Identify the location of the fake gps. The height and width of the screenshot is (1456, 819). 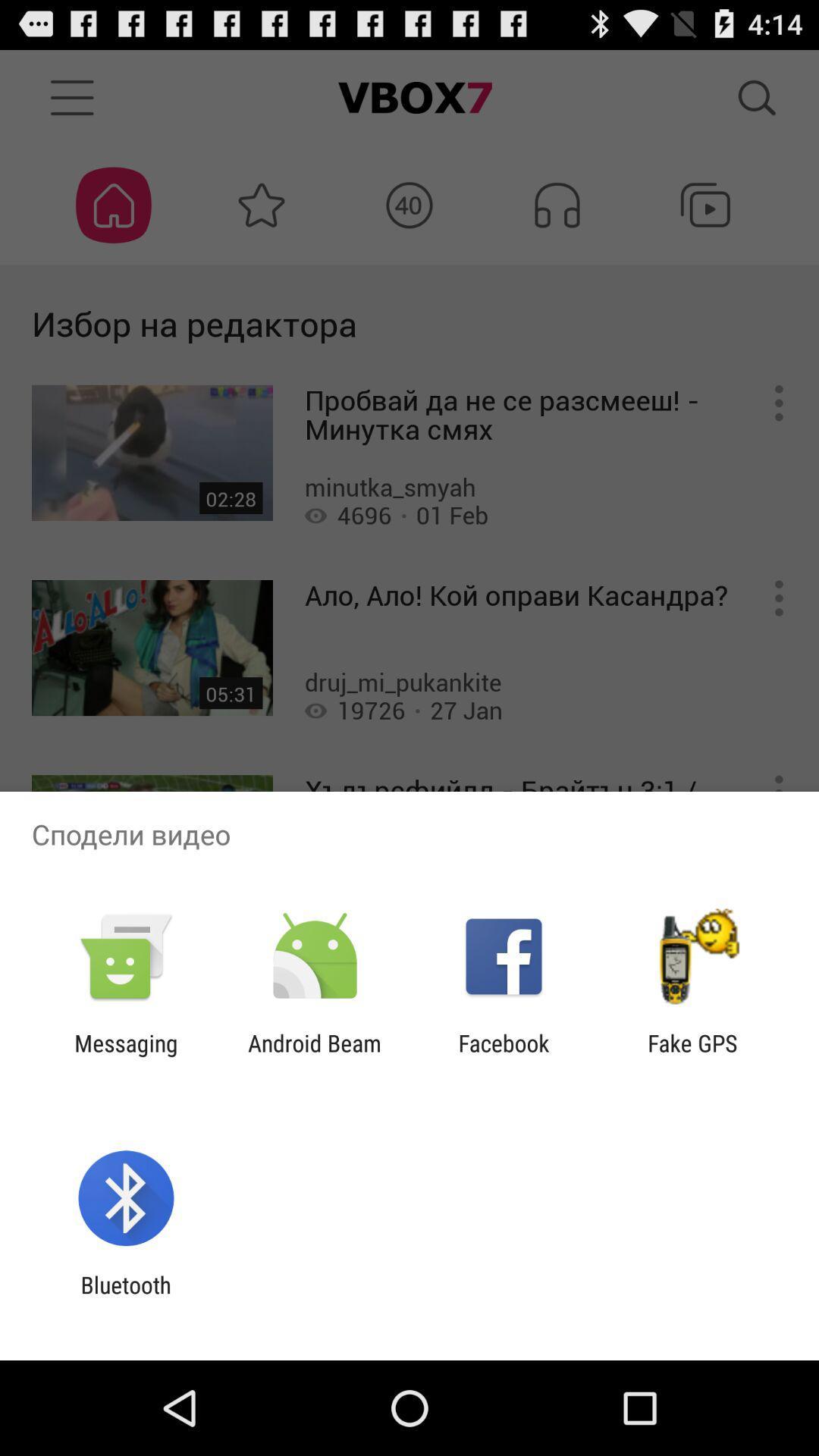
(692, 1056).